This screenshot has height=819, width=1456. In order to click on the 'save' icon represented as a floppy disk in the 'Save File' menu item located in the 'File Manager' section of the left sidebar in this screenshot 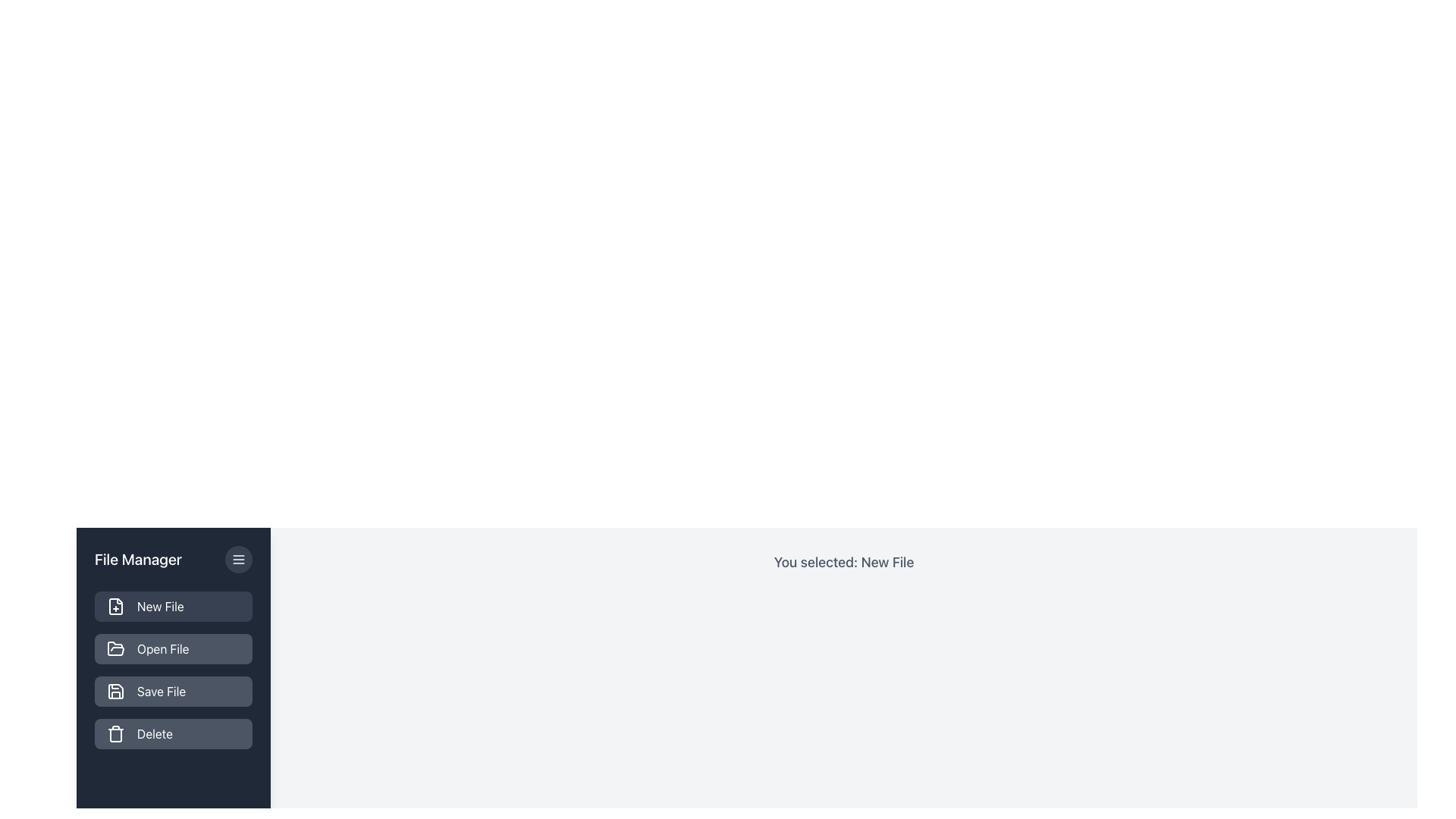, I will do `click(115, 691)`.